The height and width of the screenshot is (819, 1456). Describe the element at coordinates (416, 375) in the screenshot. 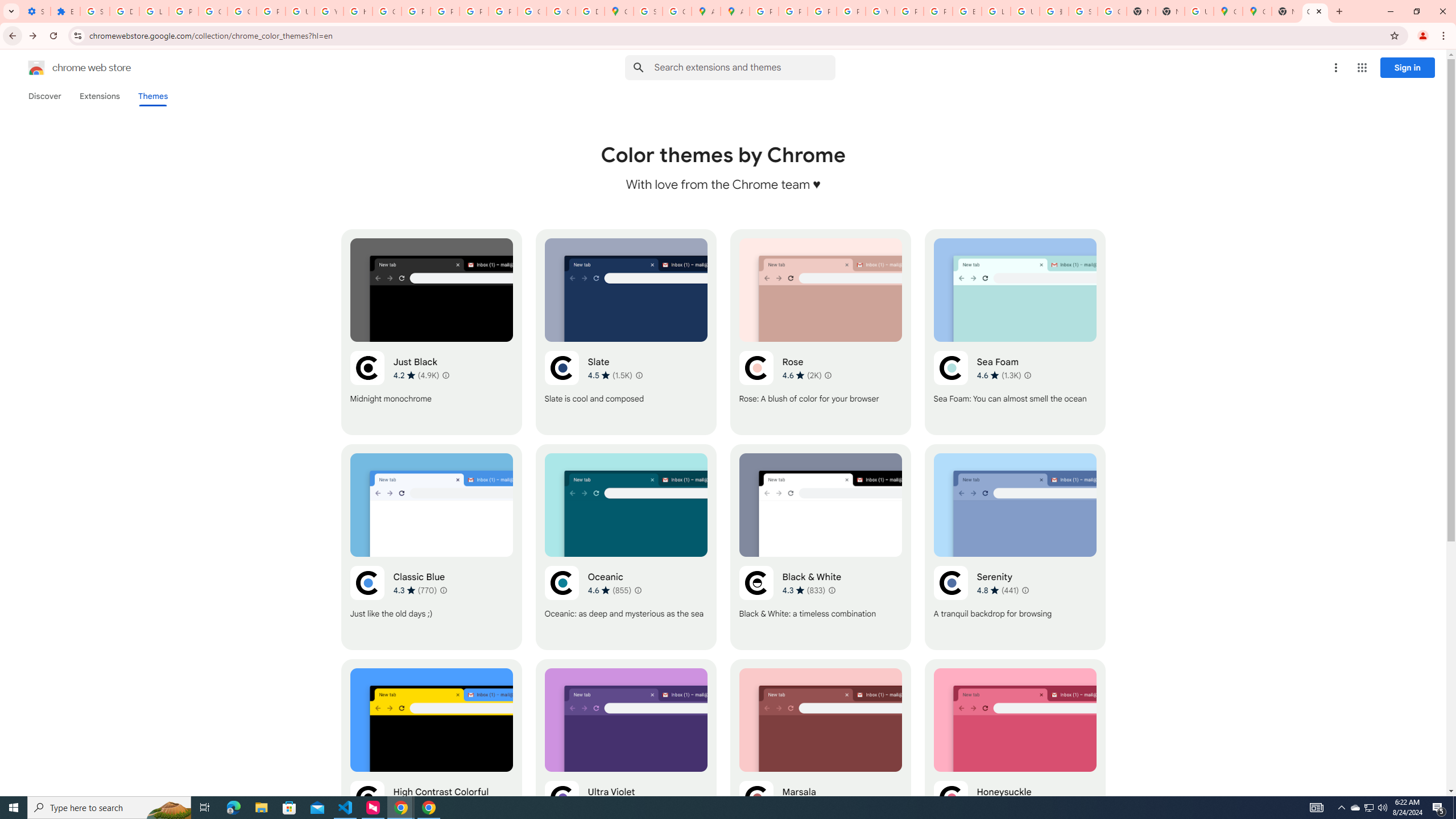

I see `'Average rating 4.2 out of 5 stars. 4.9K ratings.'` at that location.